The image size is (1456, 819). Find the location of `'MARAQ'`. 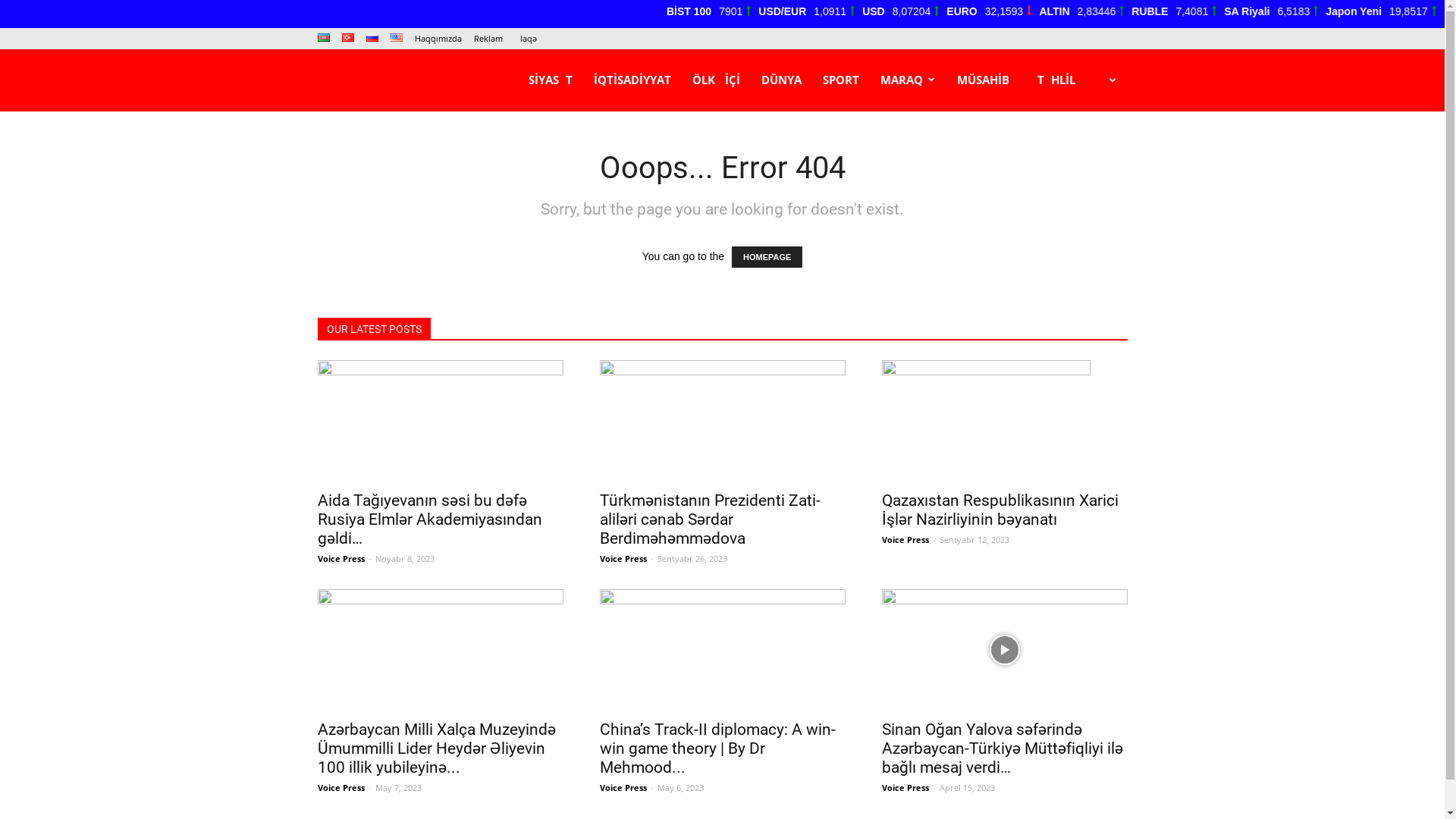

'MARAQ' is located at coordinates (907, 79).